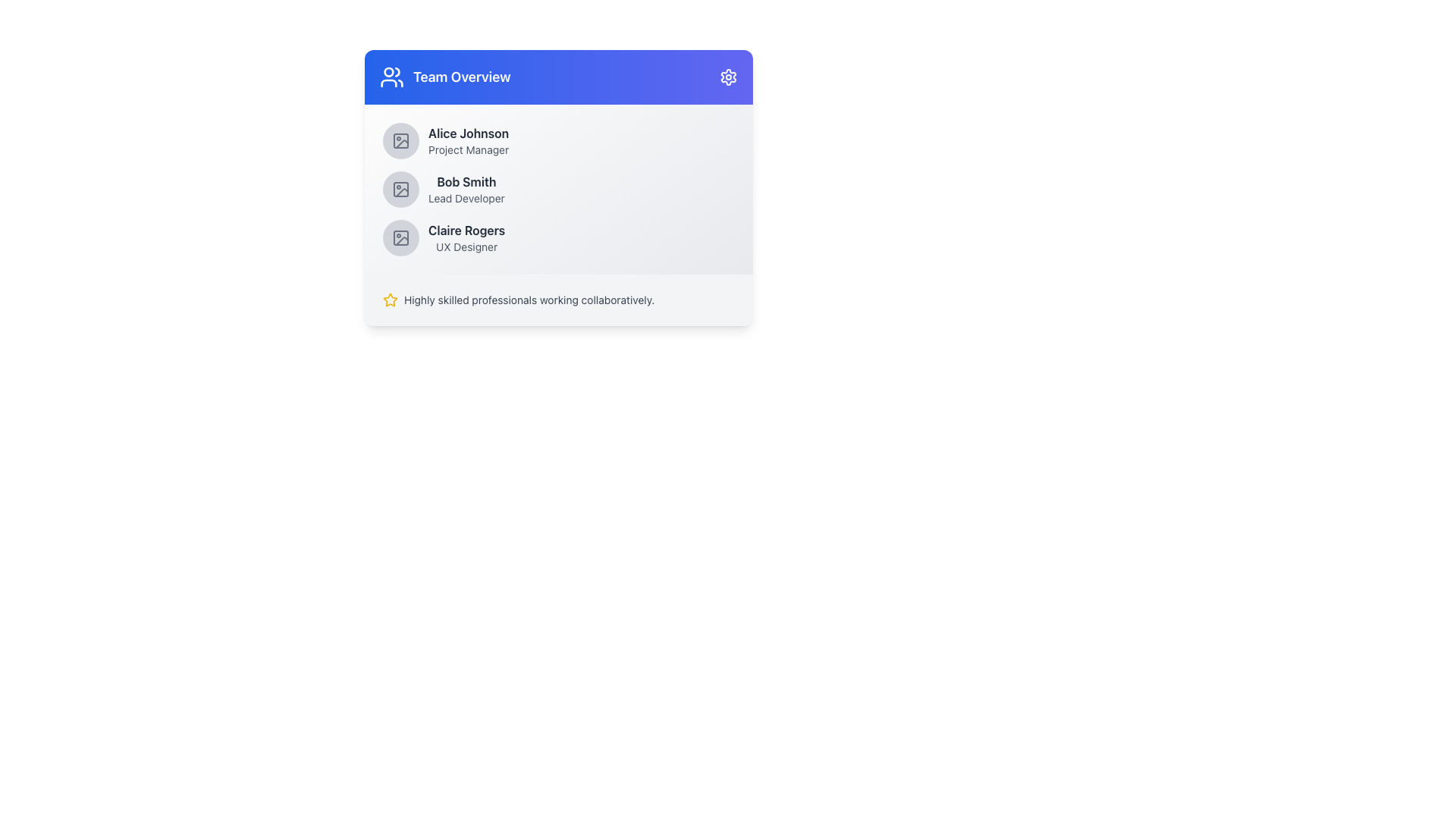 The width and height of the screenshot is (1456, 819). I want to click on the List Item element displaying 'Claire Rogers' and 'UX Designer', so click(558, 237).